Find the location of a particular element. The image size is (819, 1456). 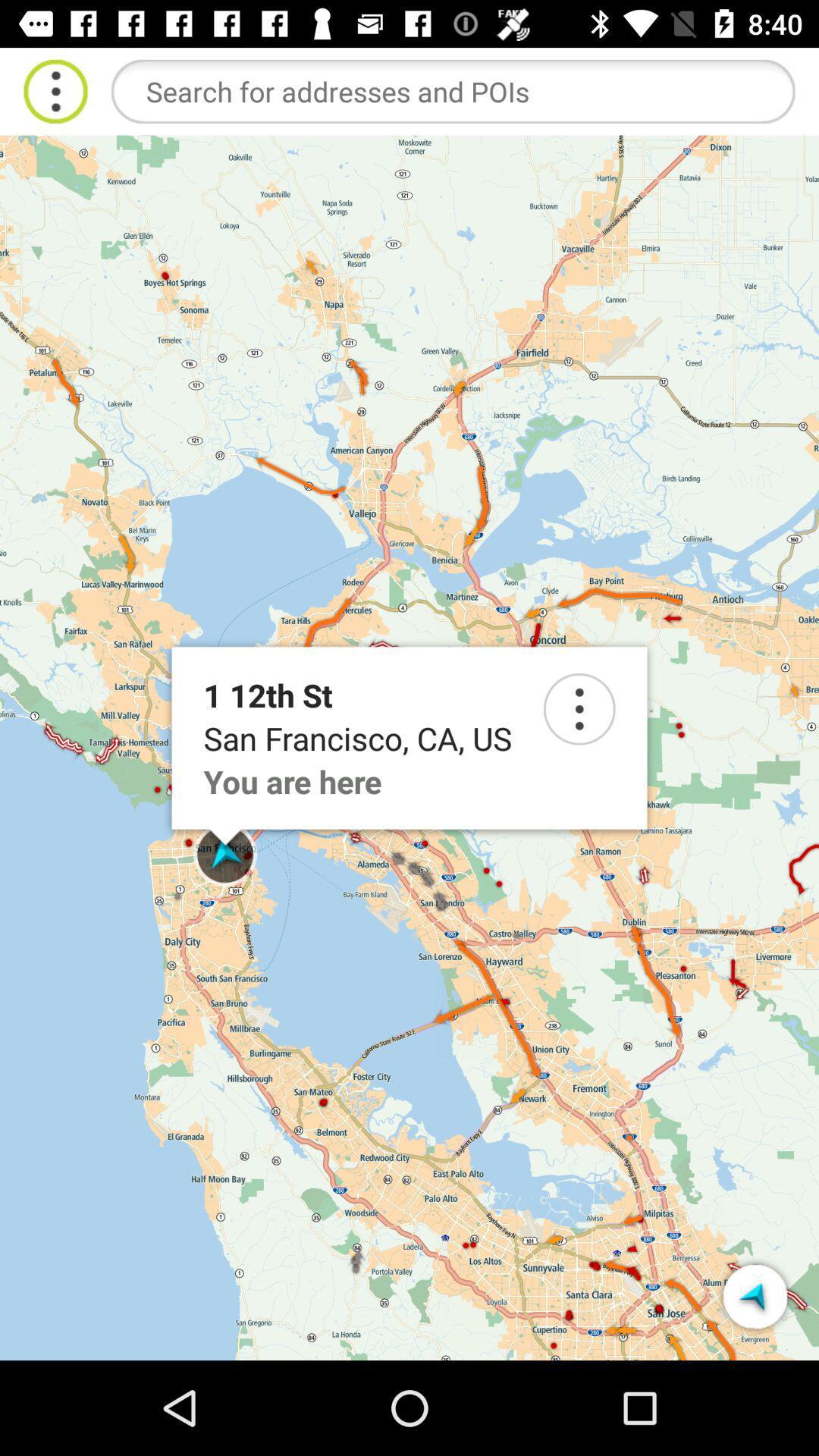

customize is located at coordinates (55, 90).